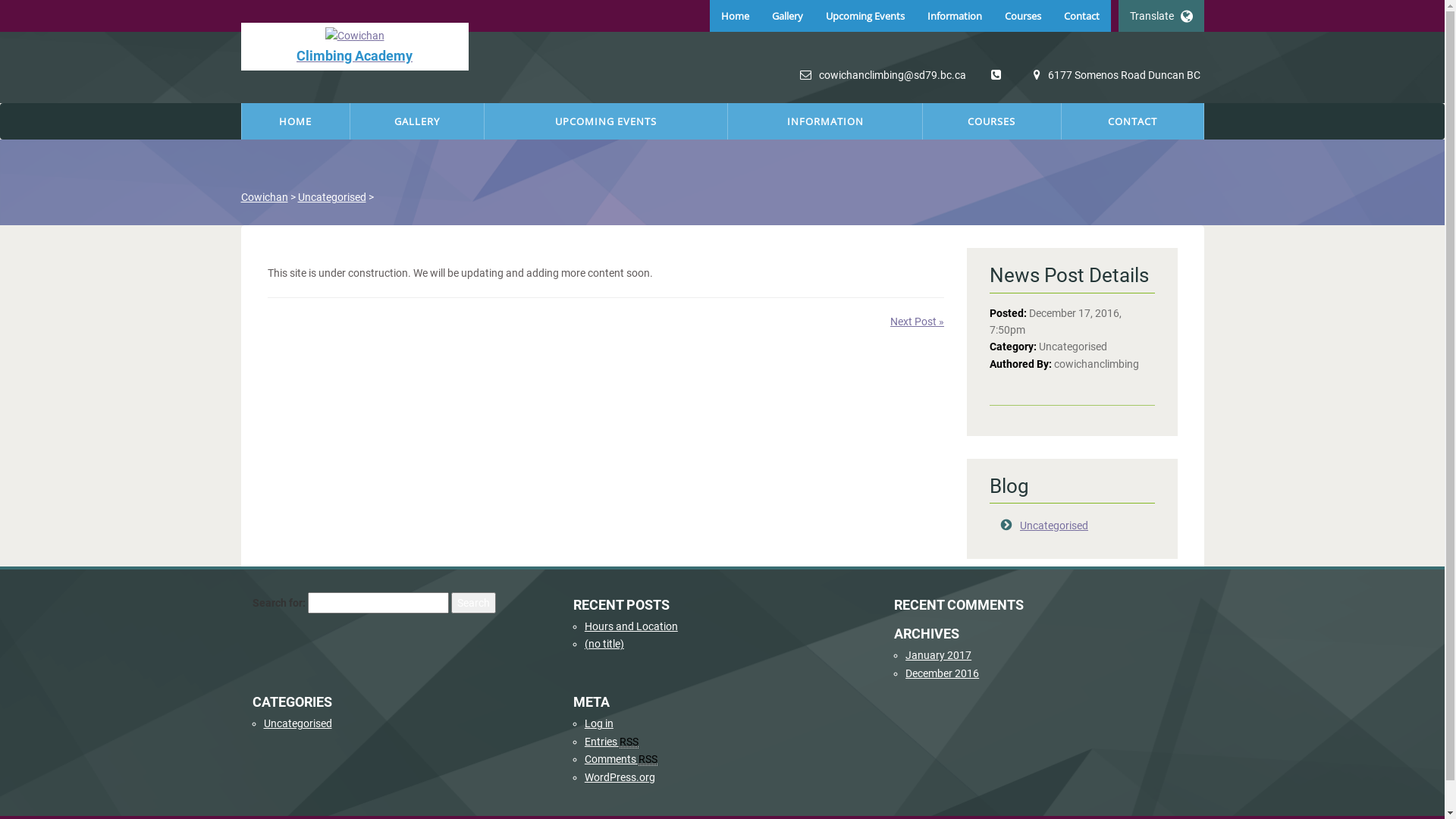 The width and height of the screenshot is (1456, 819). What do you see at coordinates (735, 15) in the screenshot?
I see `'Home'` at bounding box center [735, 15].